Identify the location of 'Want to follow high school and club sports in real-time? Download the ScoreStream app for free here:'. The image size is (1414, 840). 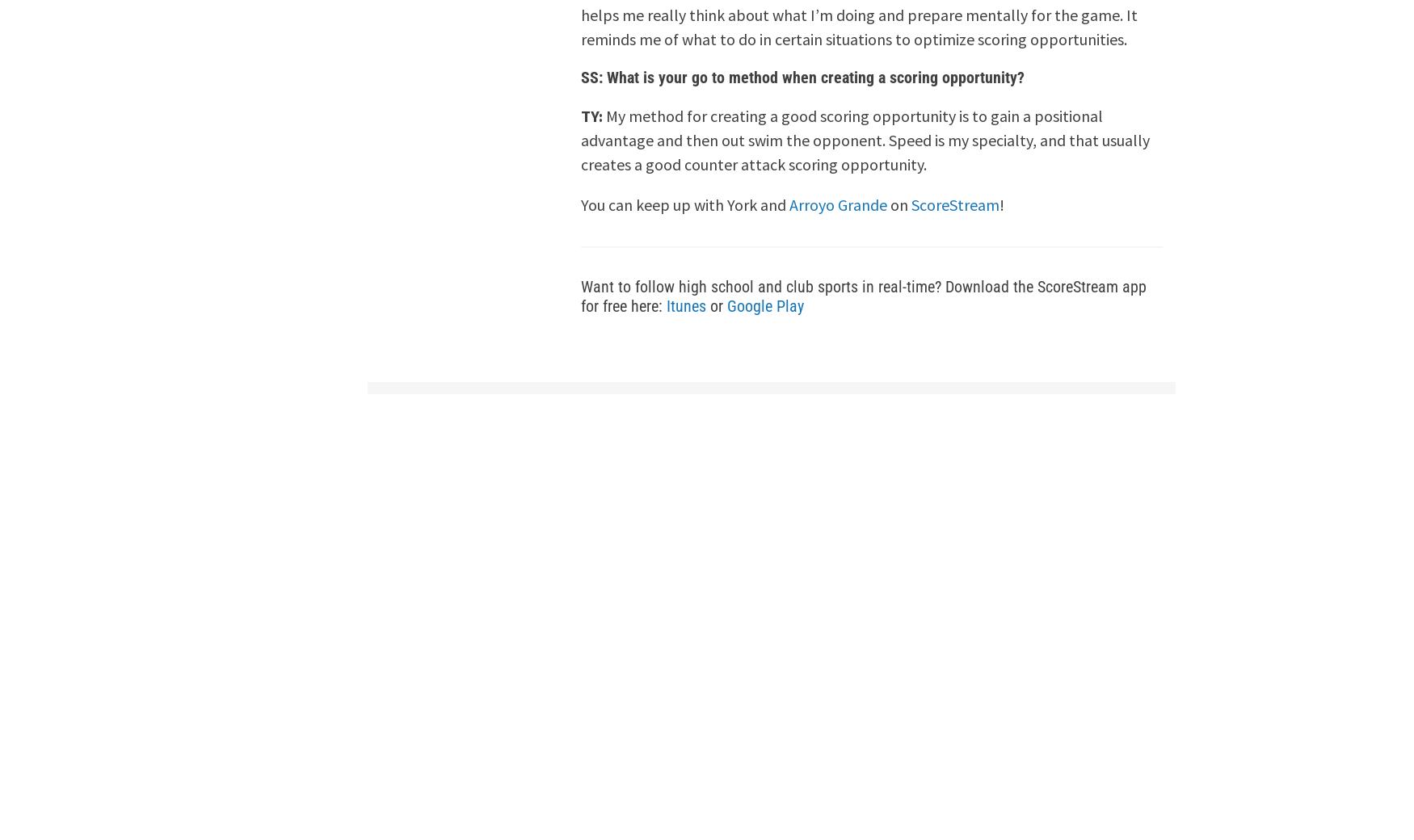
(864, 296).